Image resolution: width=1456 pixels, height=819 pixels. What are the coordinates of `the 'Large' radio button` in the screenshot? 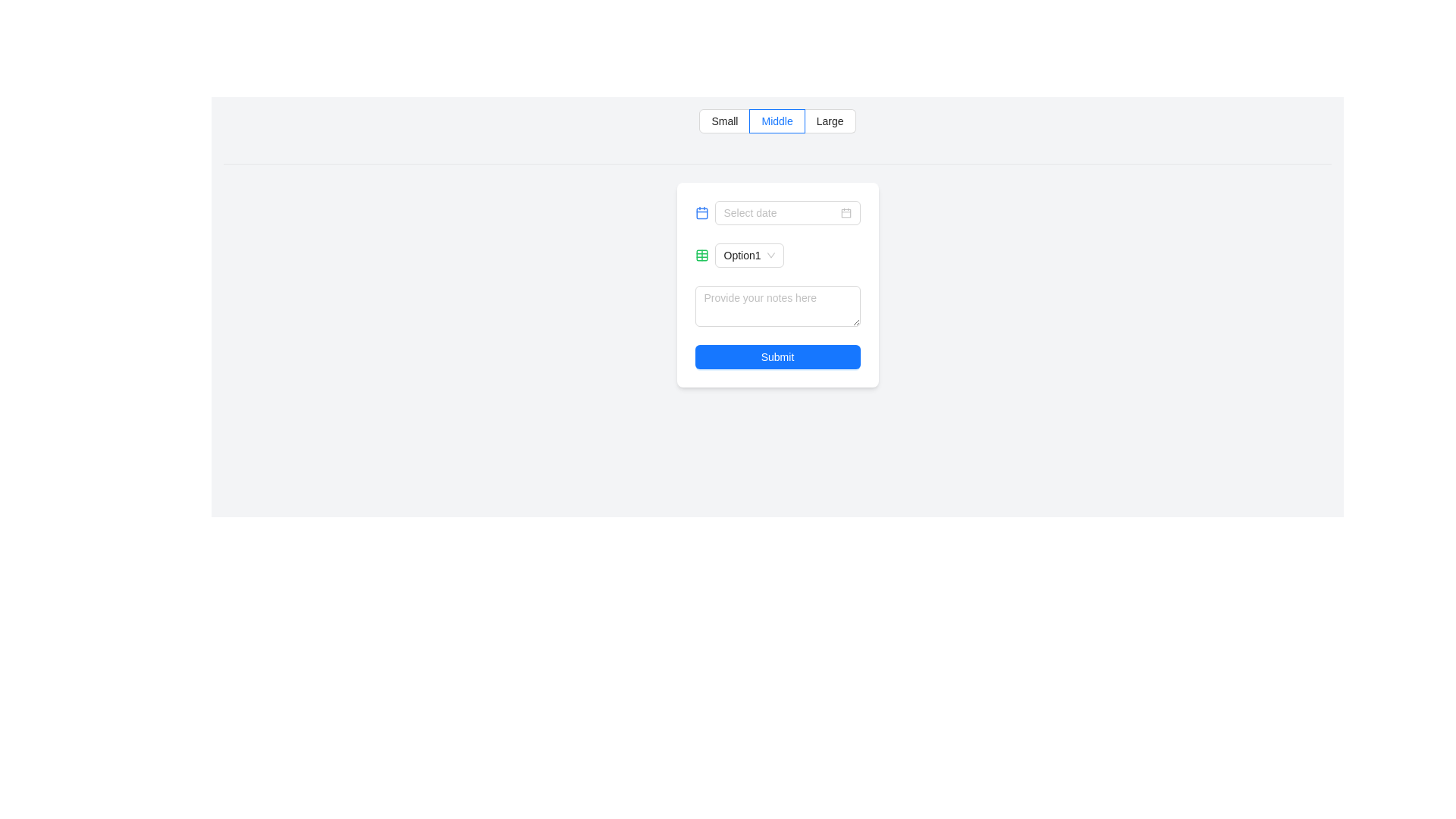 It's located at (829, 120).